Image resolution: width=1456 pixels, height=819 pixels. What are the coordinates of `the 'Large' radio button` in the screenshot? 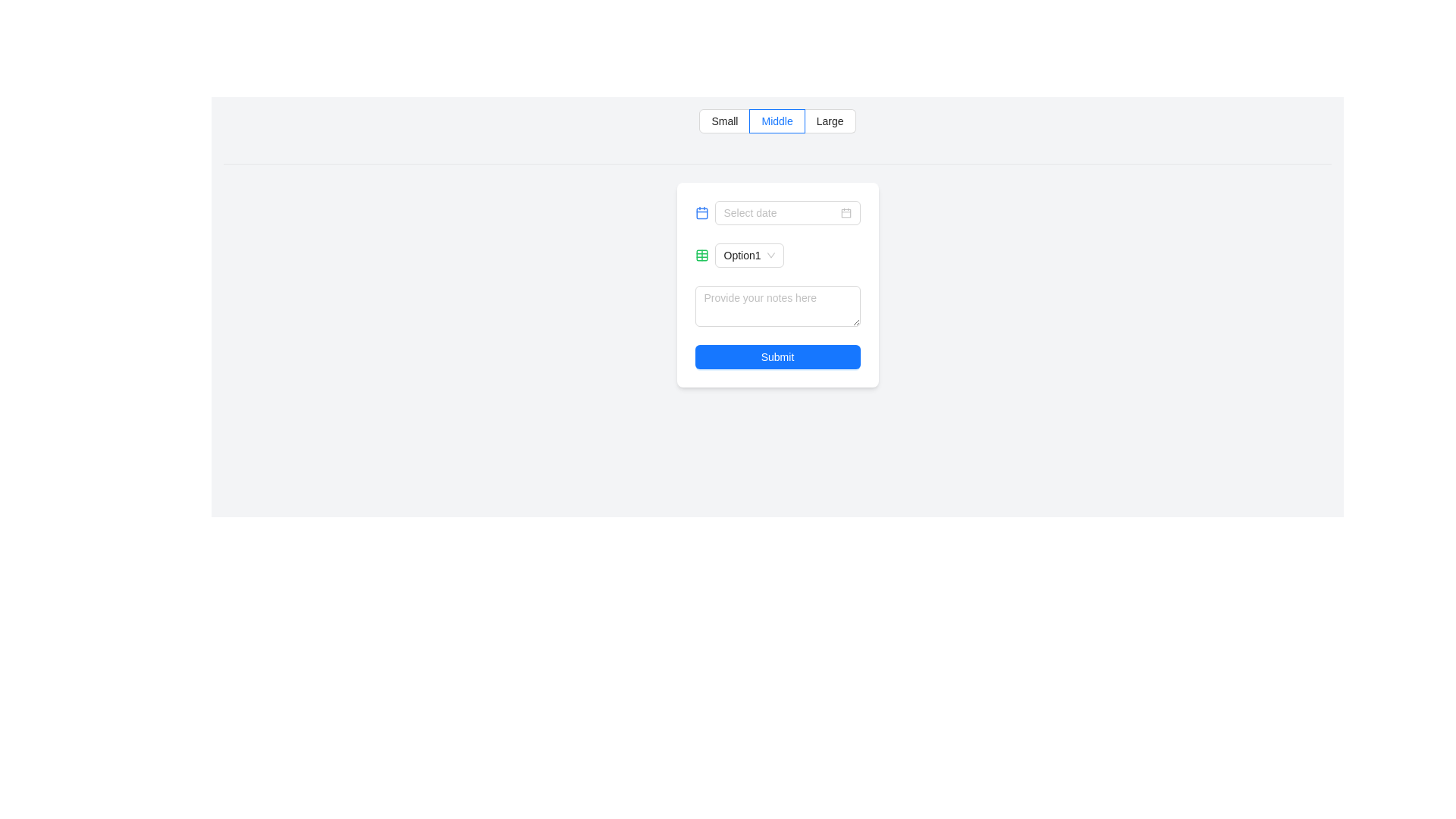 It's located at (829, 120).